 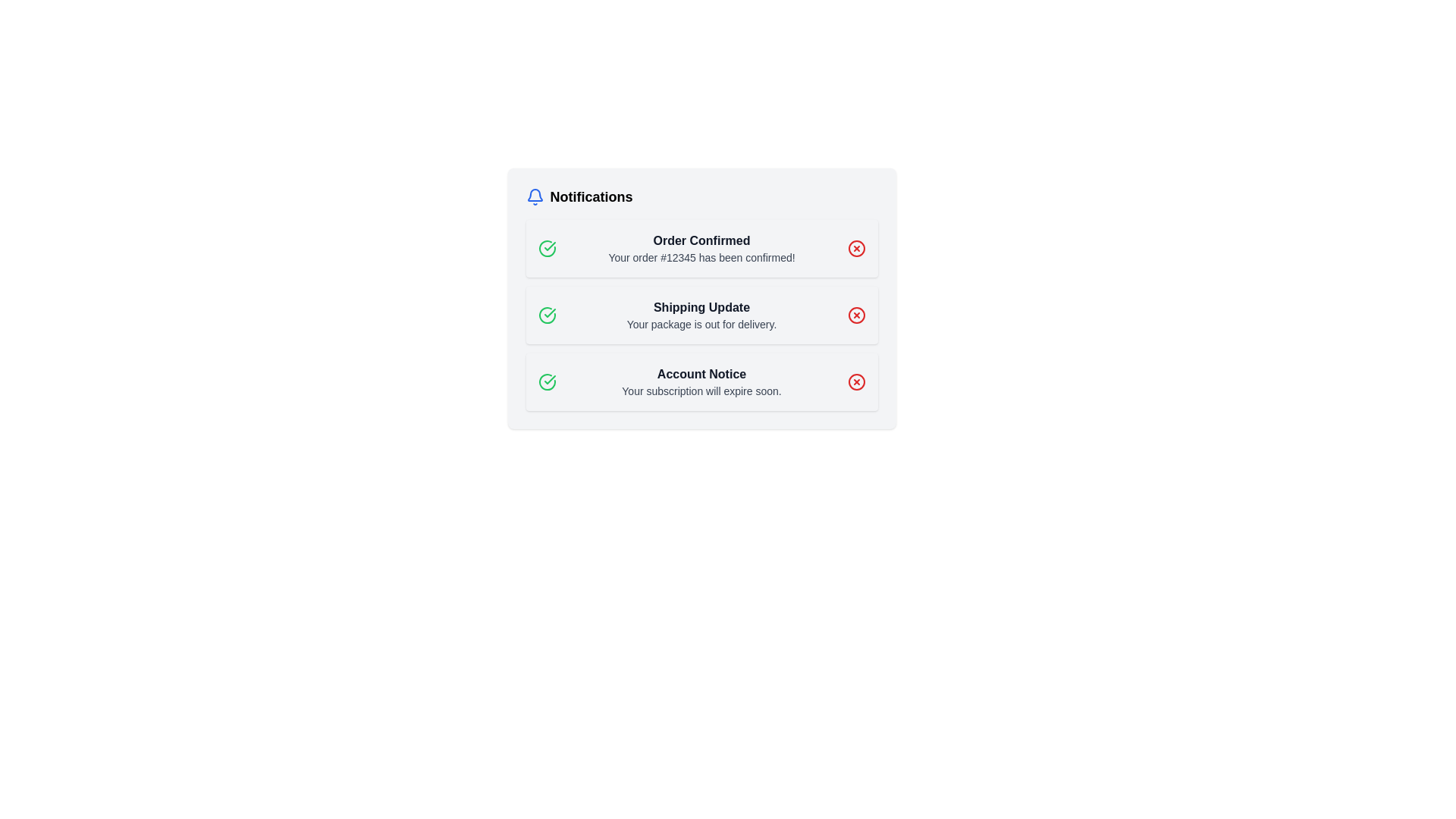 What do you see at coordinates (701, 315) in the screenshot?
I see `notification title and details from the centrally aligned notification list in the 'Notifications' section` at bounding box center [701, 315].